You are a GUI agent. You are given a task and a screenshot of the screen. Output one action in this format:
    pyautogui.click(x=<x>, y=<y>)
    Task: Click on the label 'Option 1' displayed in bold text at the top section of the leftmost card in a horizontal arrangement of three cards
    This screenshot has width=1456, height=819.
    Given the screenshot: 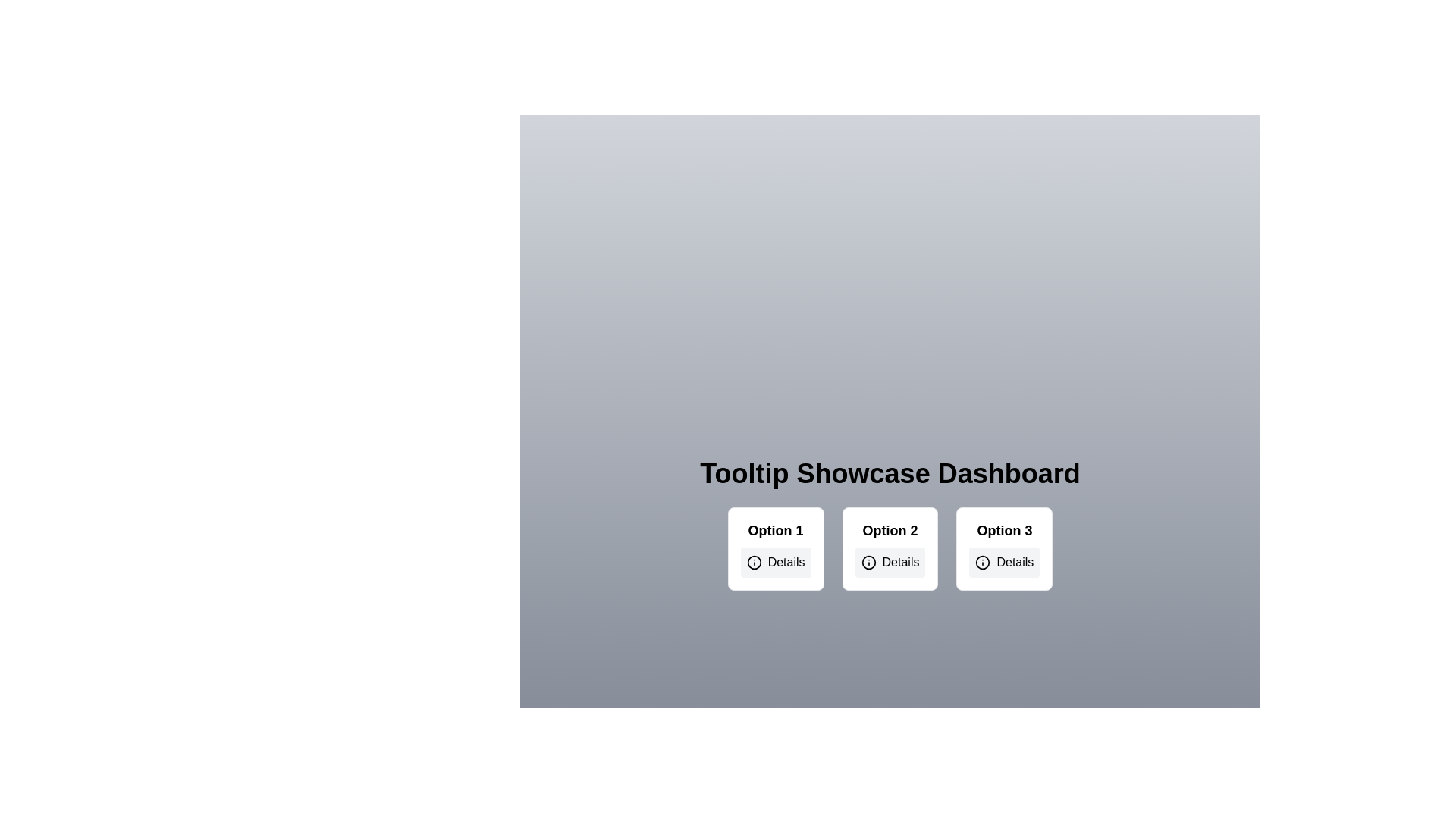 What is the action you would take?
    pyautogui.click(x=776, y=529)
    